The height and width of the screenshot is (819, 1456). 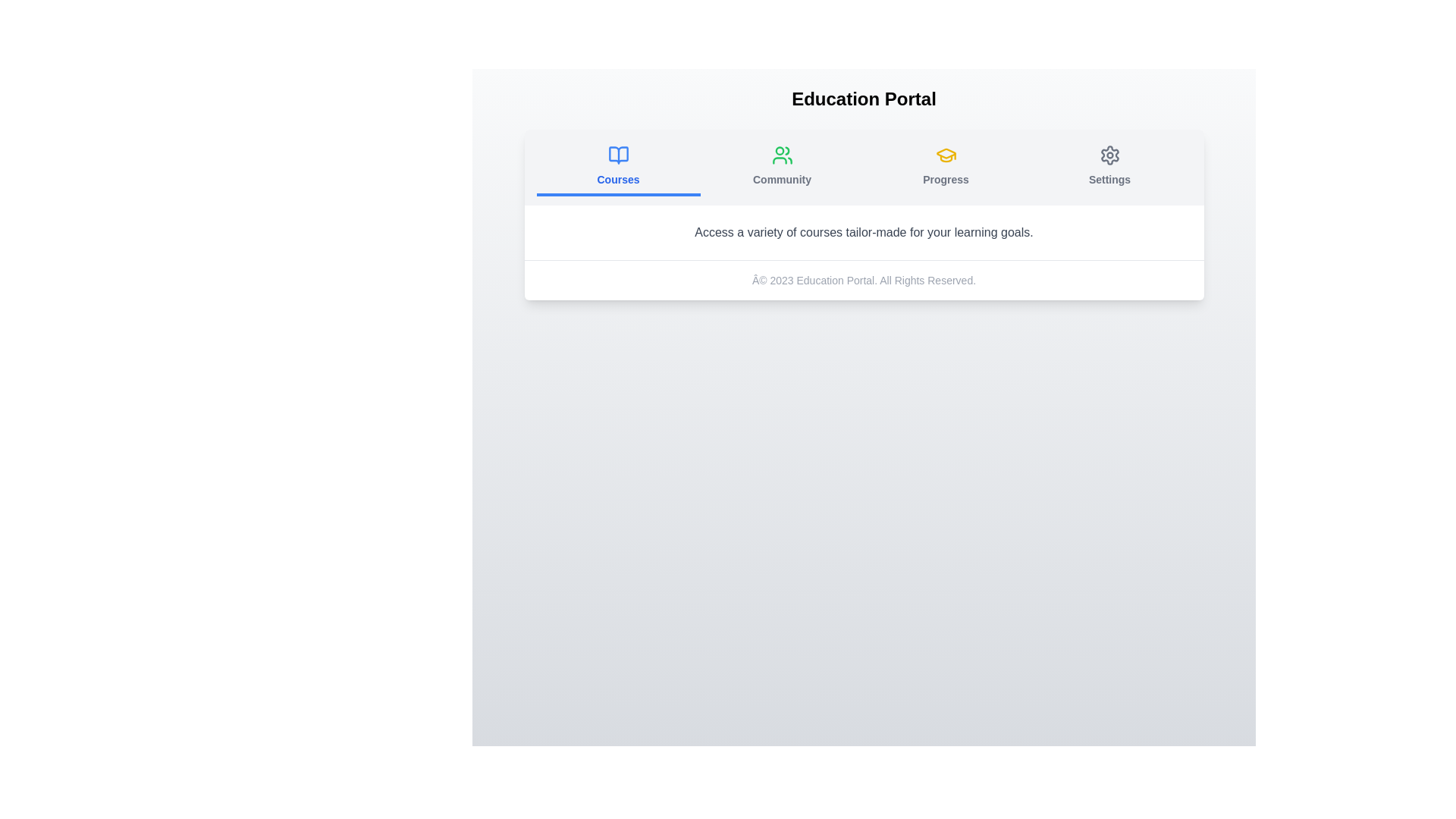 What do you see at coordinates (864, 233) in the screenshot?
I see `text that says 'Access a variety of courses tailor-made for your learning goals.' which is center-aligned and located between navigation buttons and the footer` at bounding box center [864, 233].